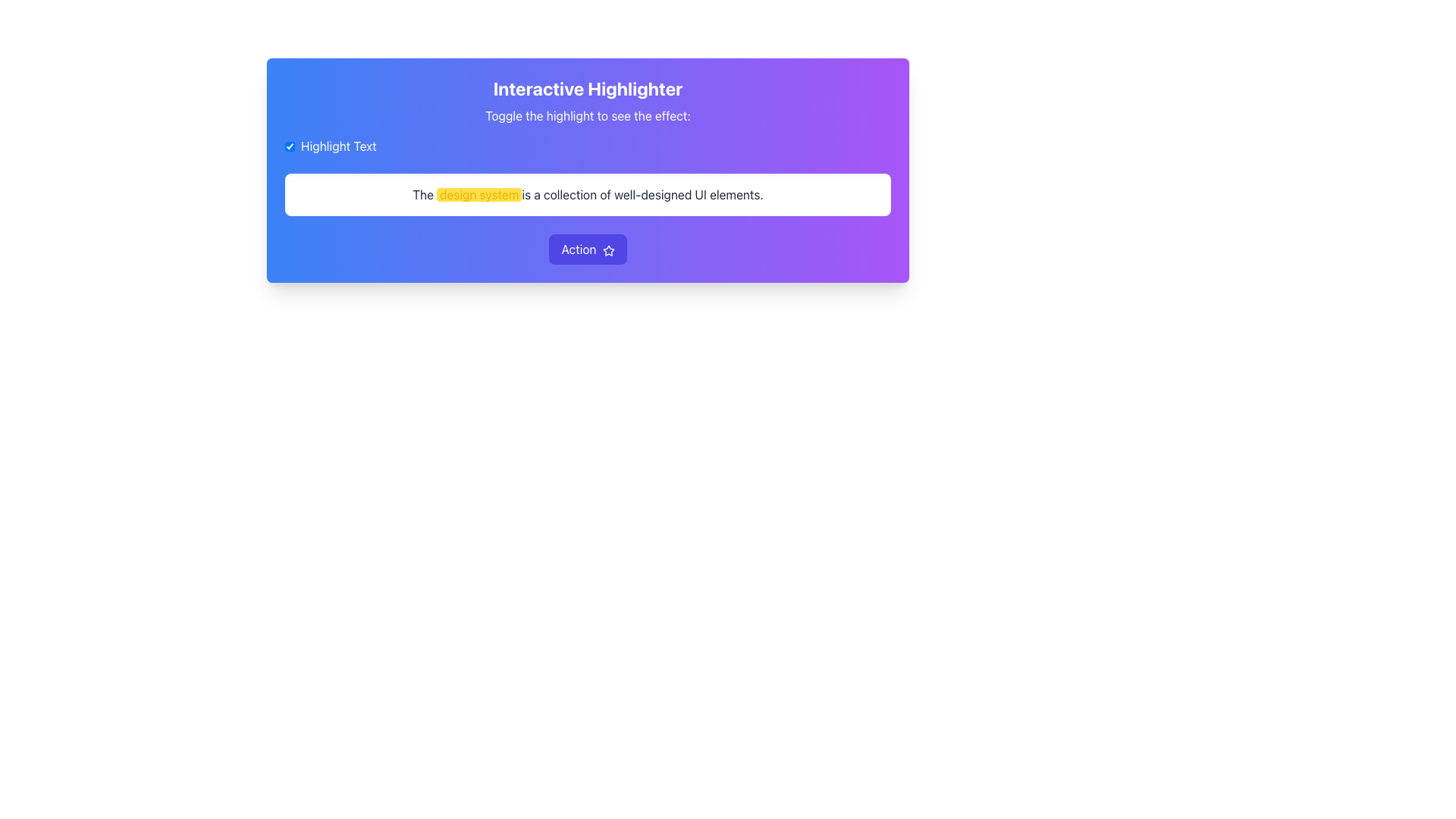 Image resolution: width=1456 pixels, height=819 pixels. Describe the element at coordinates (290, 146) in the screenshot. I see `the checkbox located` at that location.